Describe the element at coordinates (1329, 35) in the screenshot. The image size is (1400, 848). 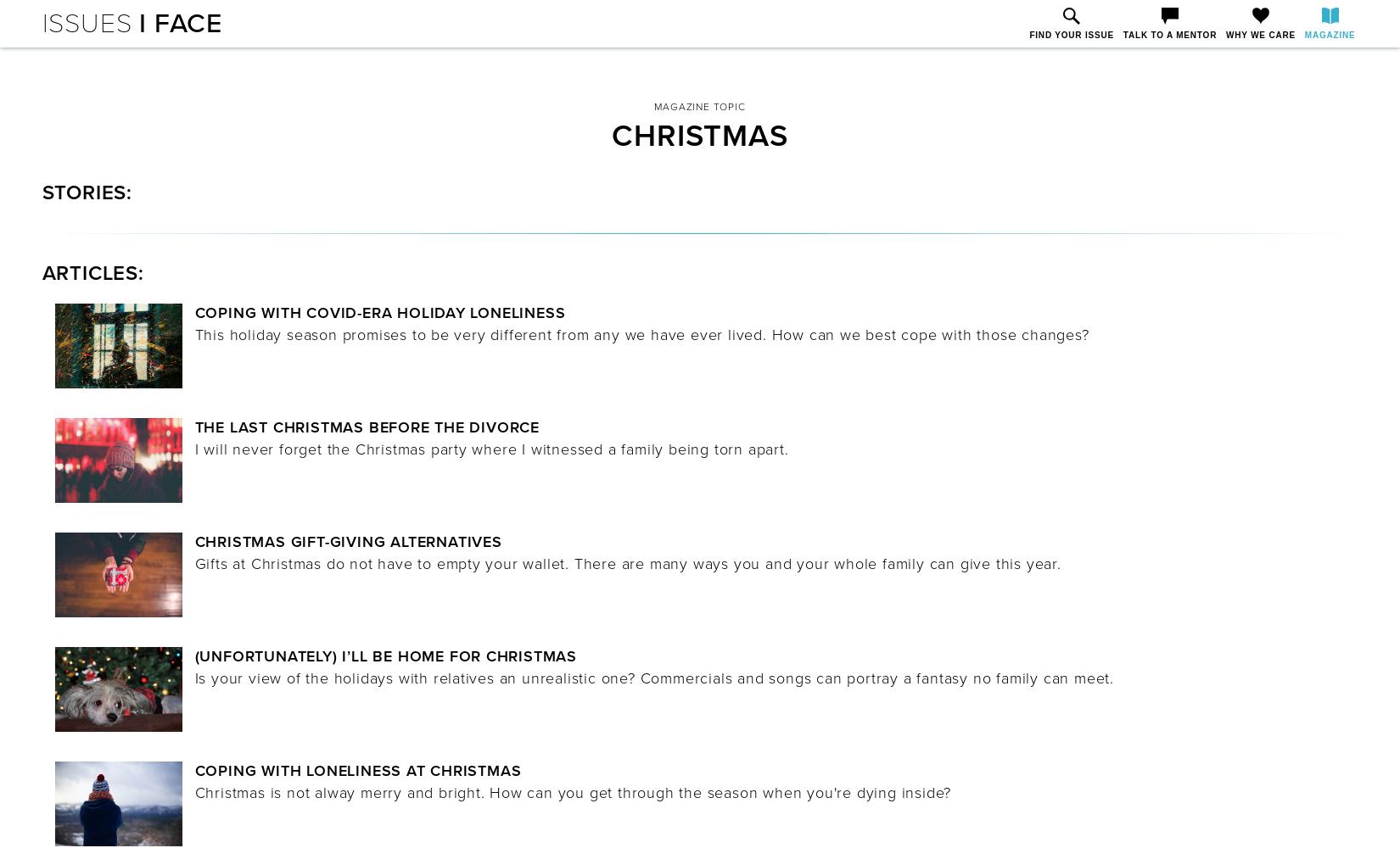
I see `'Magazine'` at that location.